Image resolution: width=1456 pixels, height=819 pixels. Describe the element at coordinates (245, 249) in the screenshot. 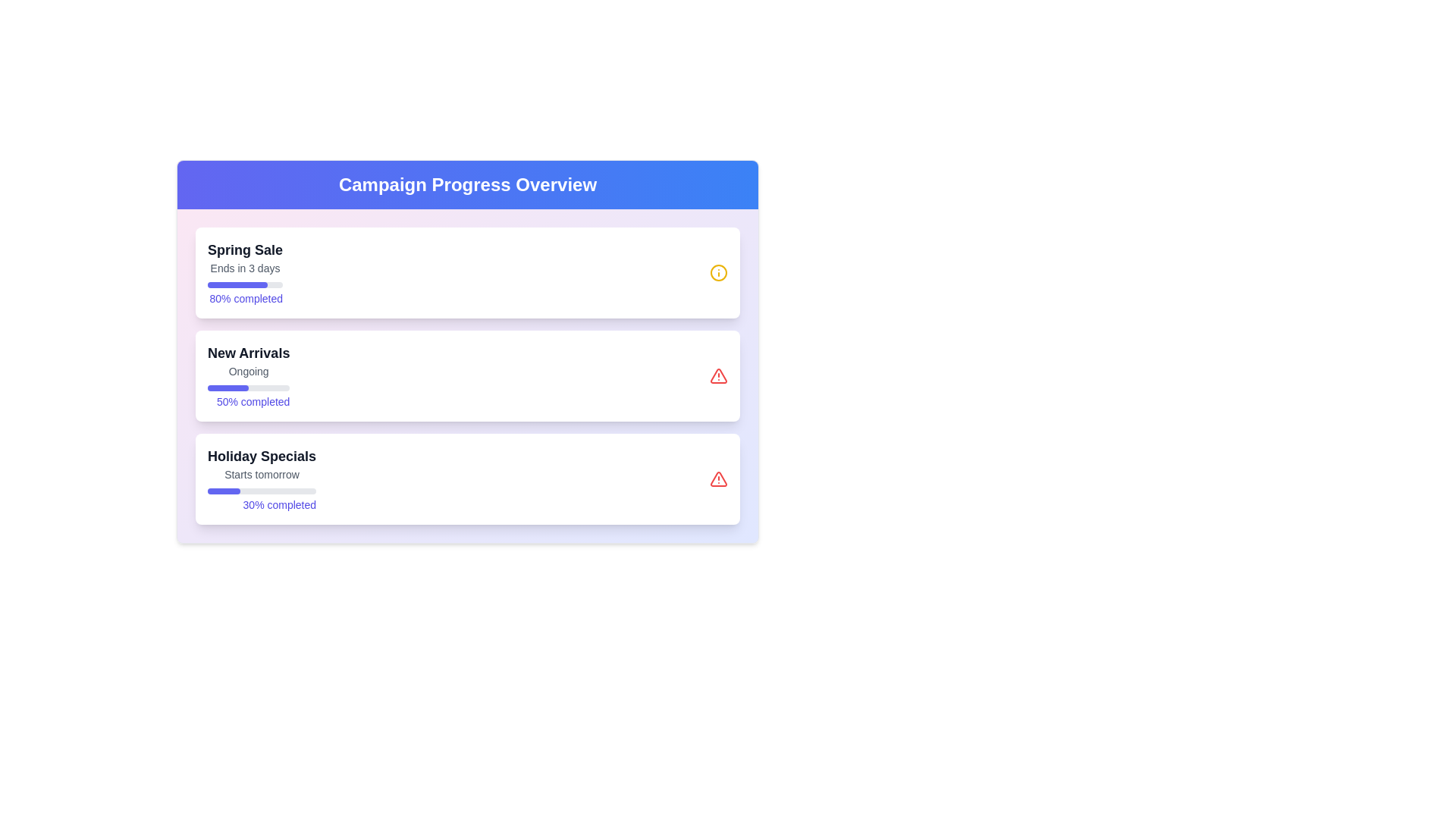

I see `the 'Spring Sale' title text in the first promotional card, which is located at the top of the card above other elements` at that location.